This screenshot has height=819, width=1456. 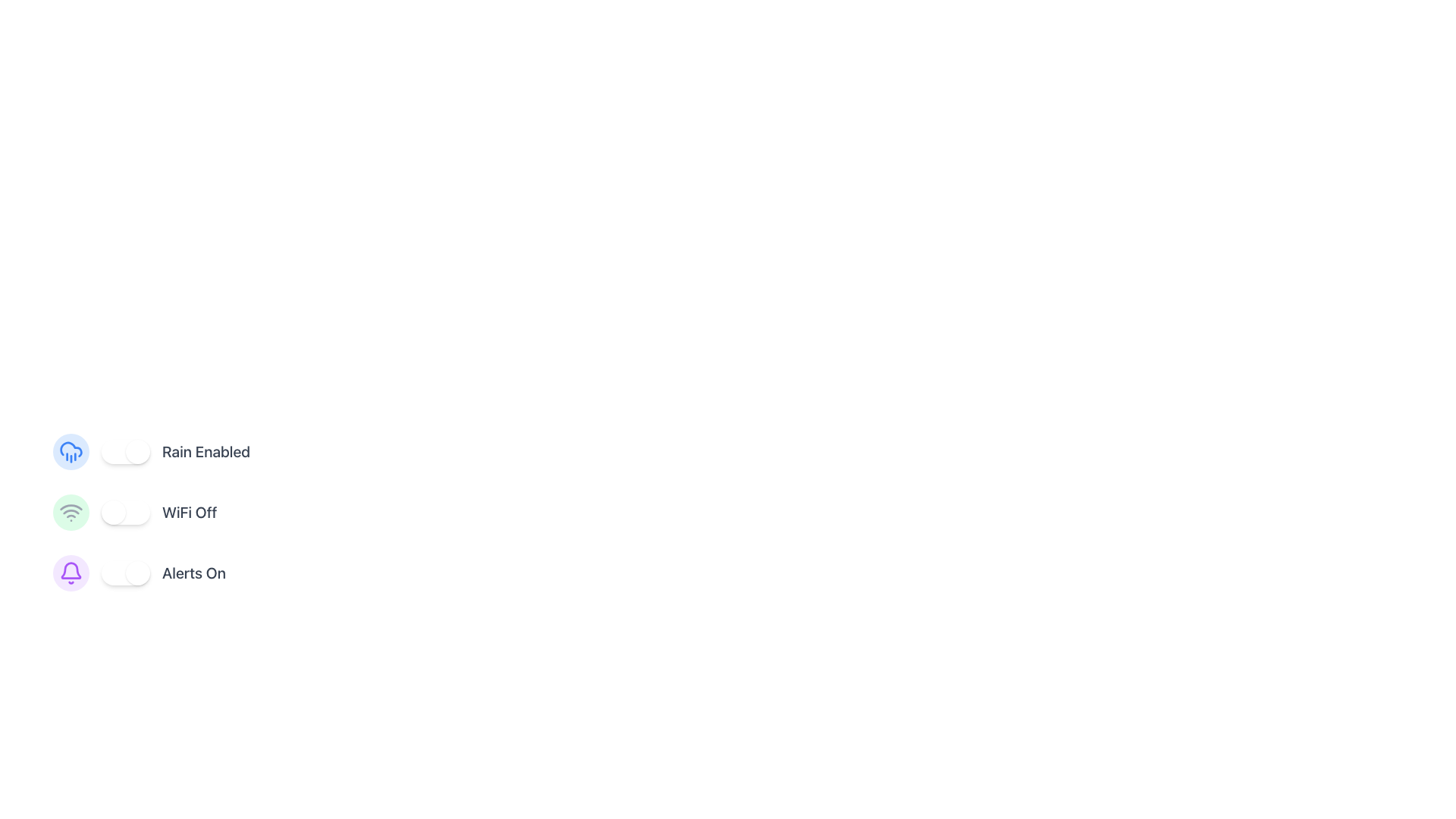 I want to click on the purple outlined concave bell icon, which is the lower component in a list of toggle switches, positioned to the left of the 'Alerts On' label, so click(x=71, y=570).